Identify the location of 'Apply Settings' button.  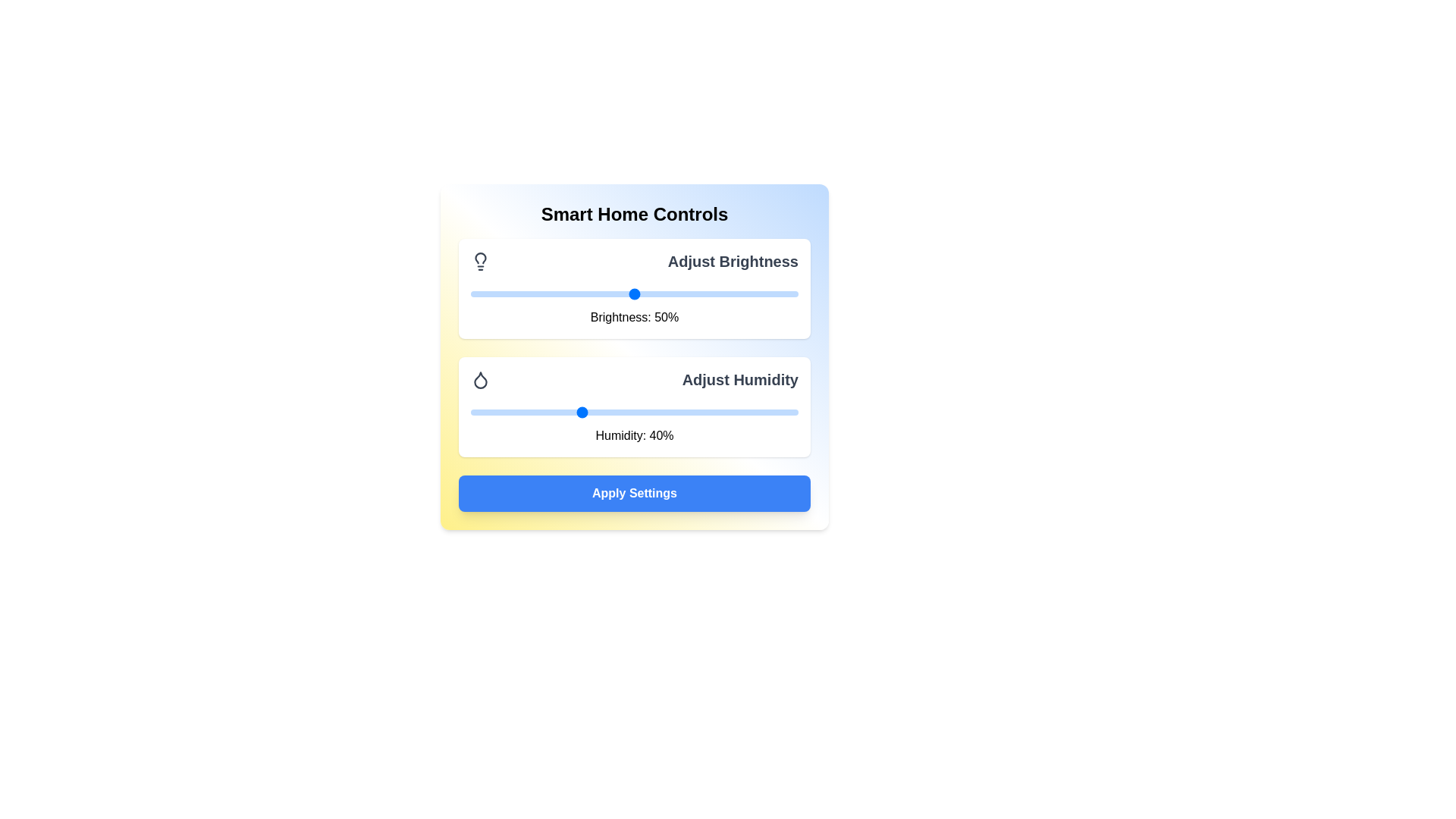
(634, 494).